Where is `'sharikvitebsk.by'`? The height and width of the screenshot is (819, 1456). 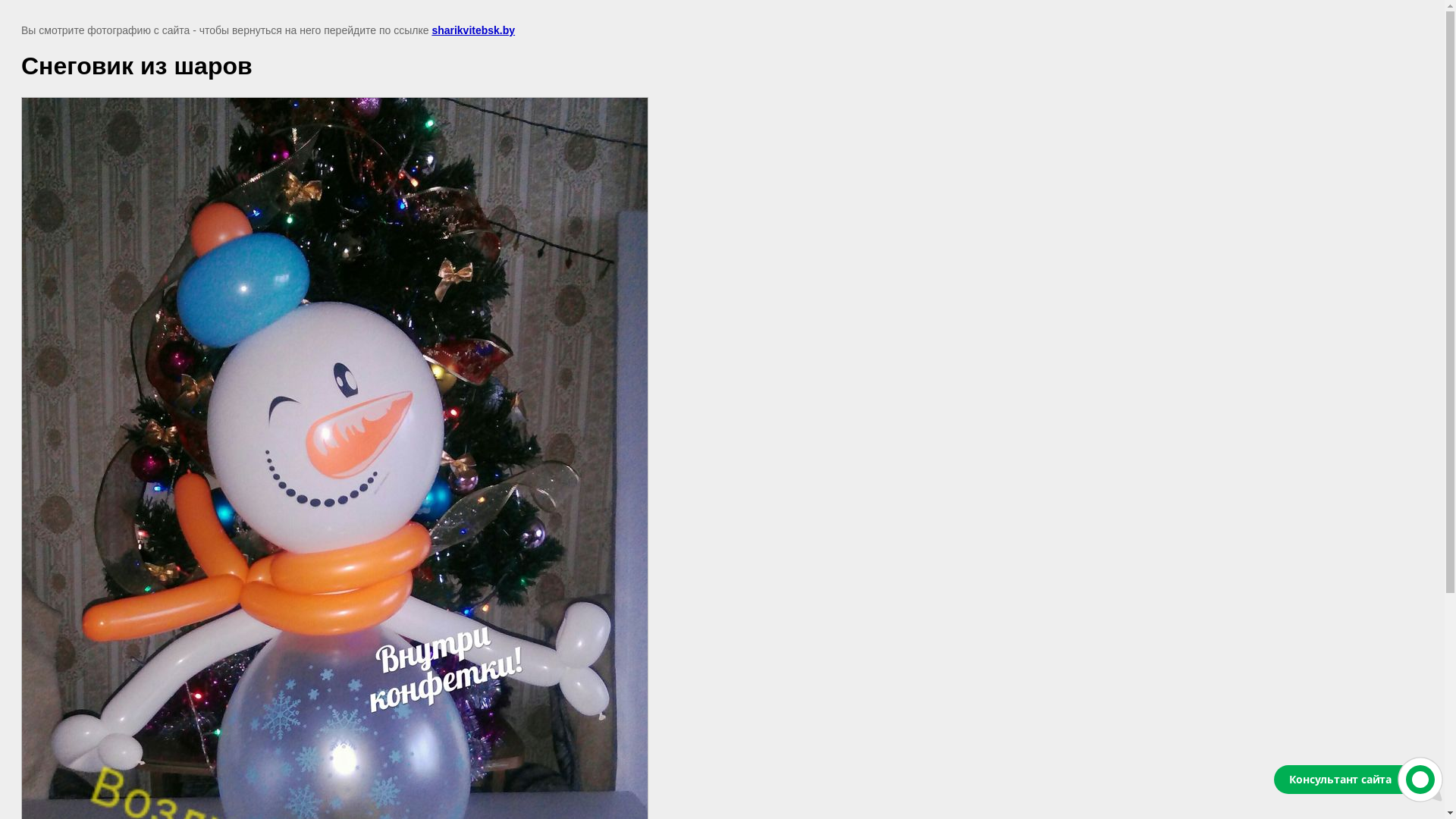
'sharikvitebsk.by' is located at coordinates (472, 30).